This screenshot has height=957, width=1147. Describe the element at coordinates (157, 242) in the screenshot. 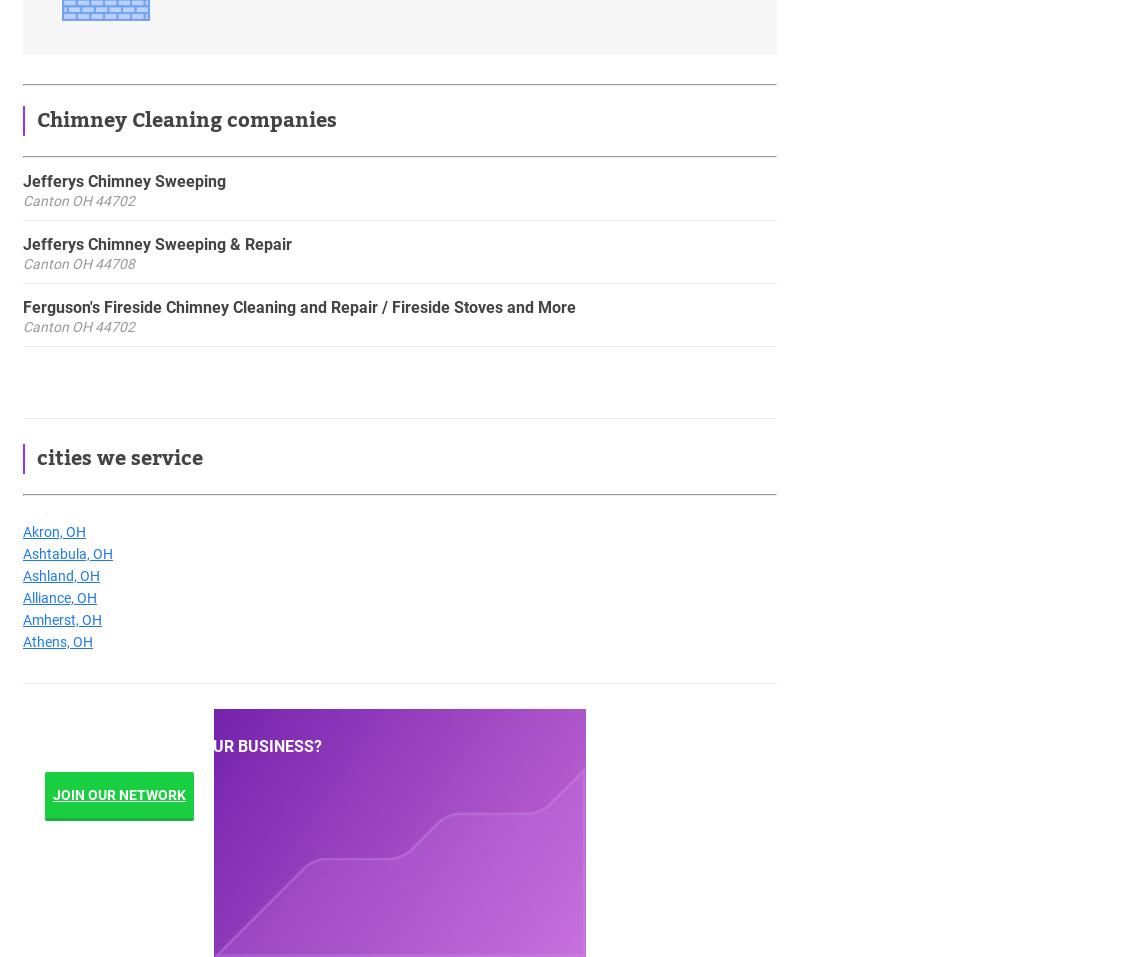

I see `'Jefferys Chimney Sweeping & Repair'` at that location.